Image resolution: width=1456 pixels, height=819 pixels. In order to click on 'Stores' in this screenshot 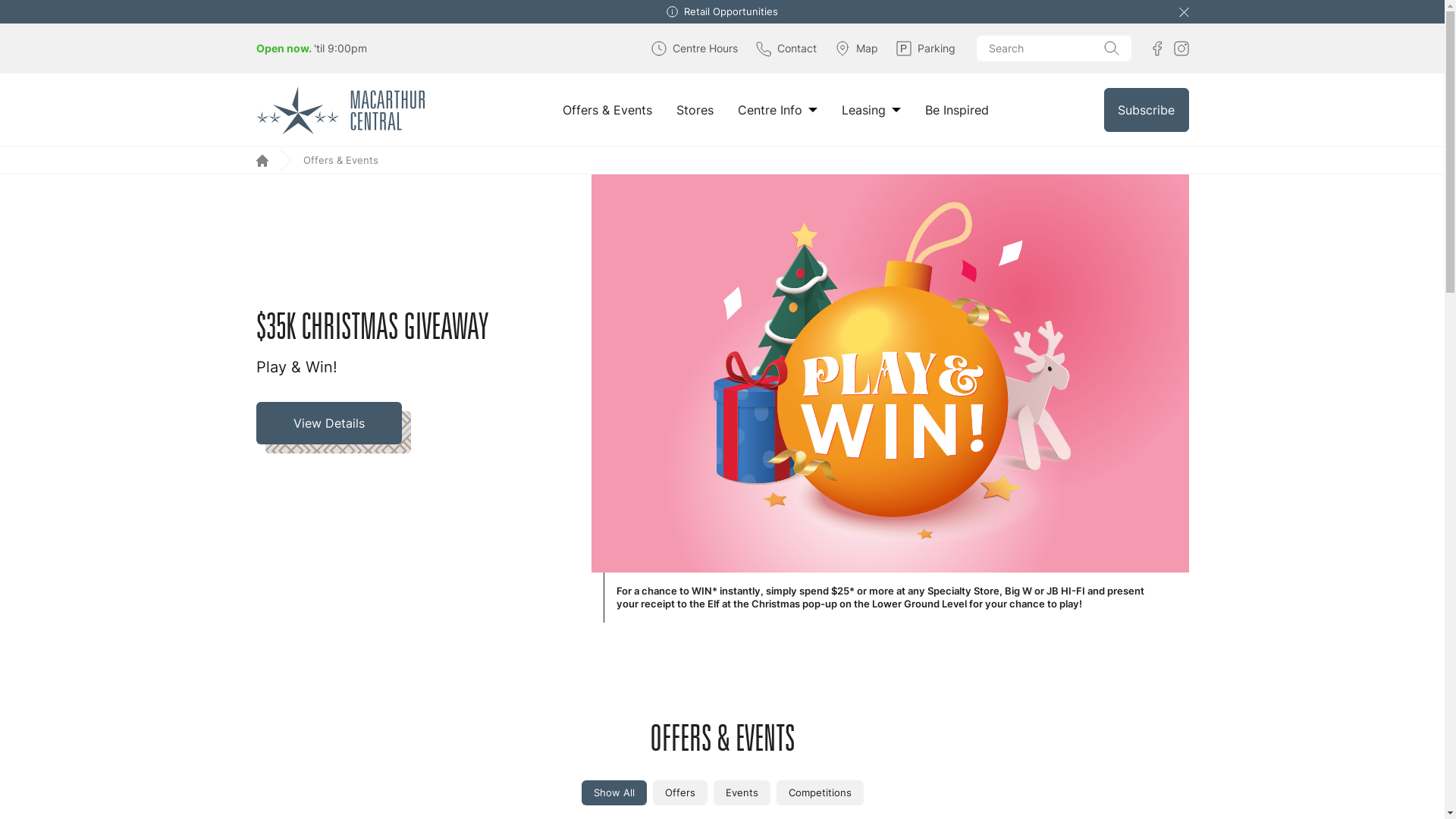, I will do `click(694, 109)`.